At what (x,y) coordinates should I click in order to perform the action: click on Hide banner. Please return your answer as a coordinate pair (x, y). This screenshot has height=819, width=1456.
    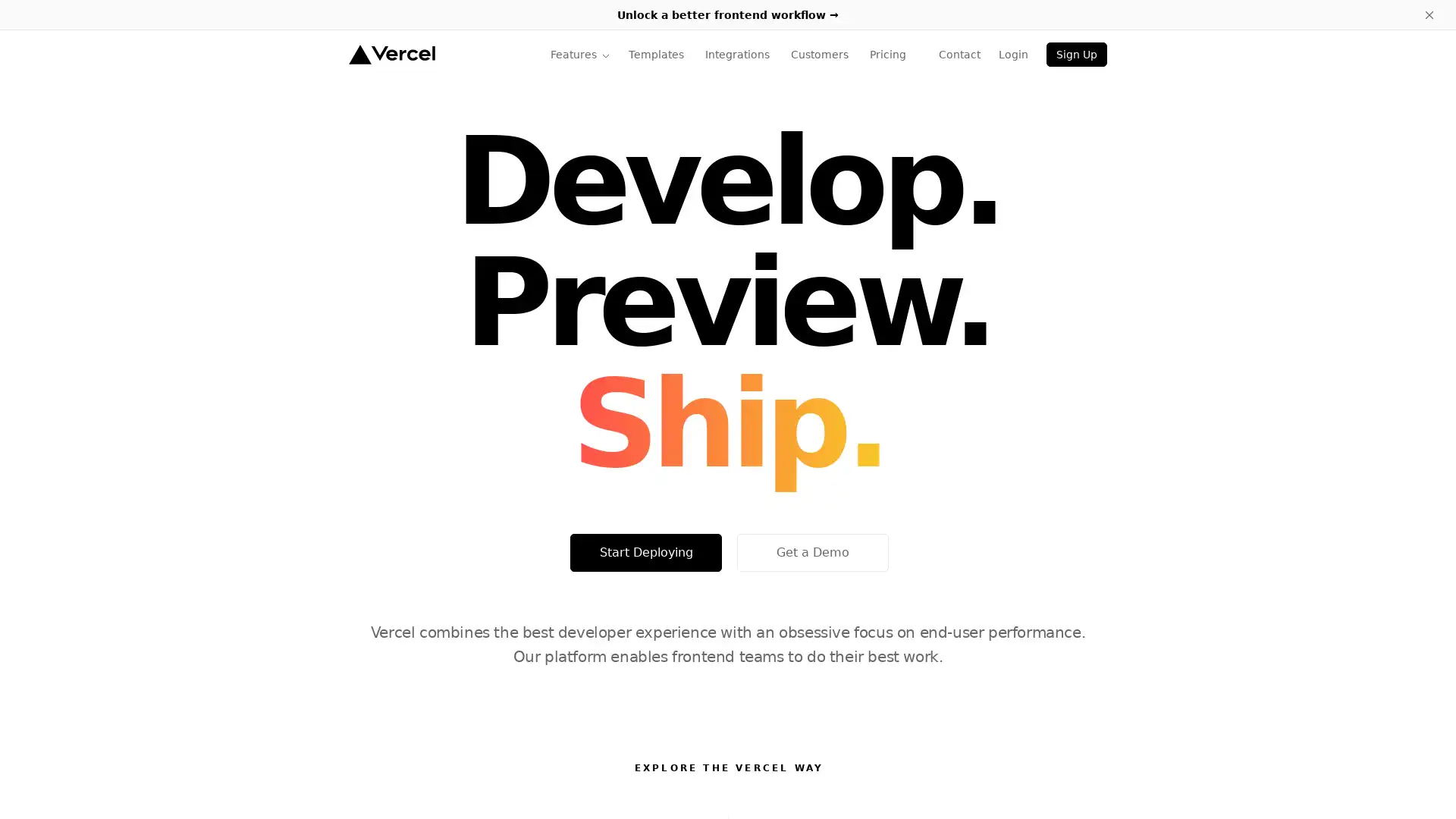
    Looking at the image, I should click on (1429, 14).